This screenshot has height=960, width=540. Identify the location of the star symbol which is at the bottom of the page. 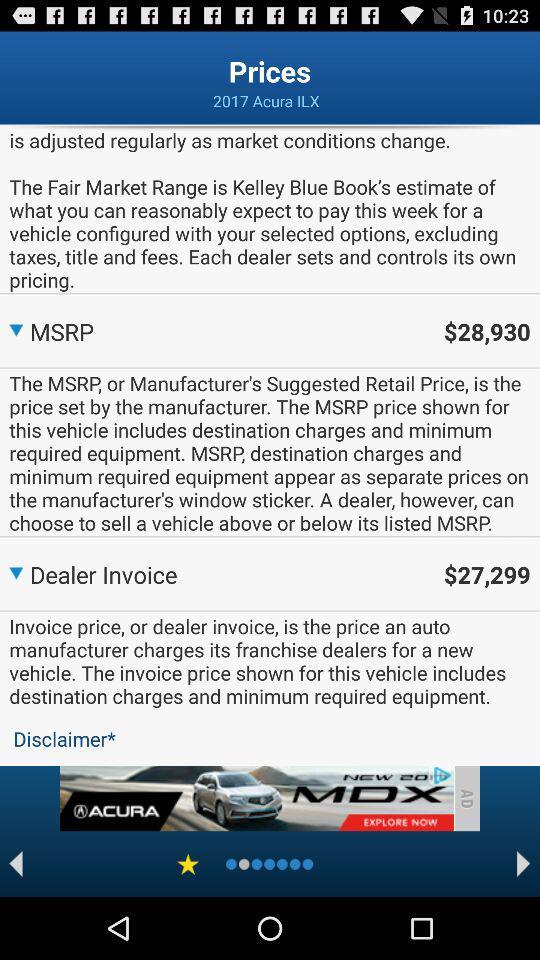
(187, 863).